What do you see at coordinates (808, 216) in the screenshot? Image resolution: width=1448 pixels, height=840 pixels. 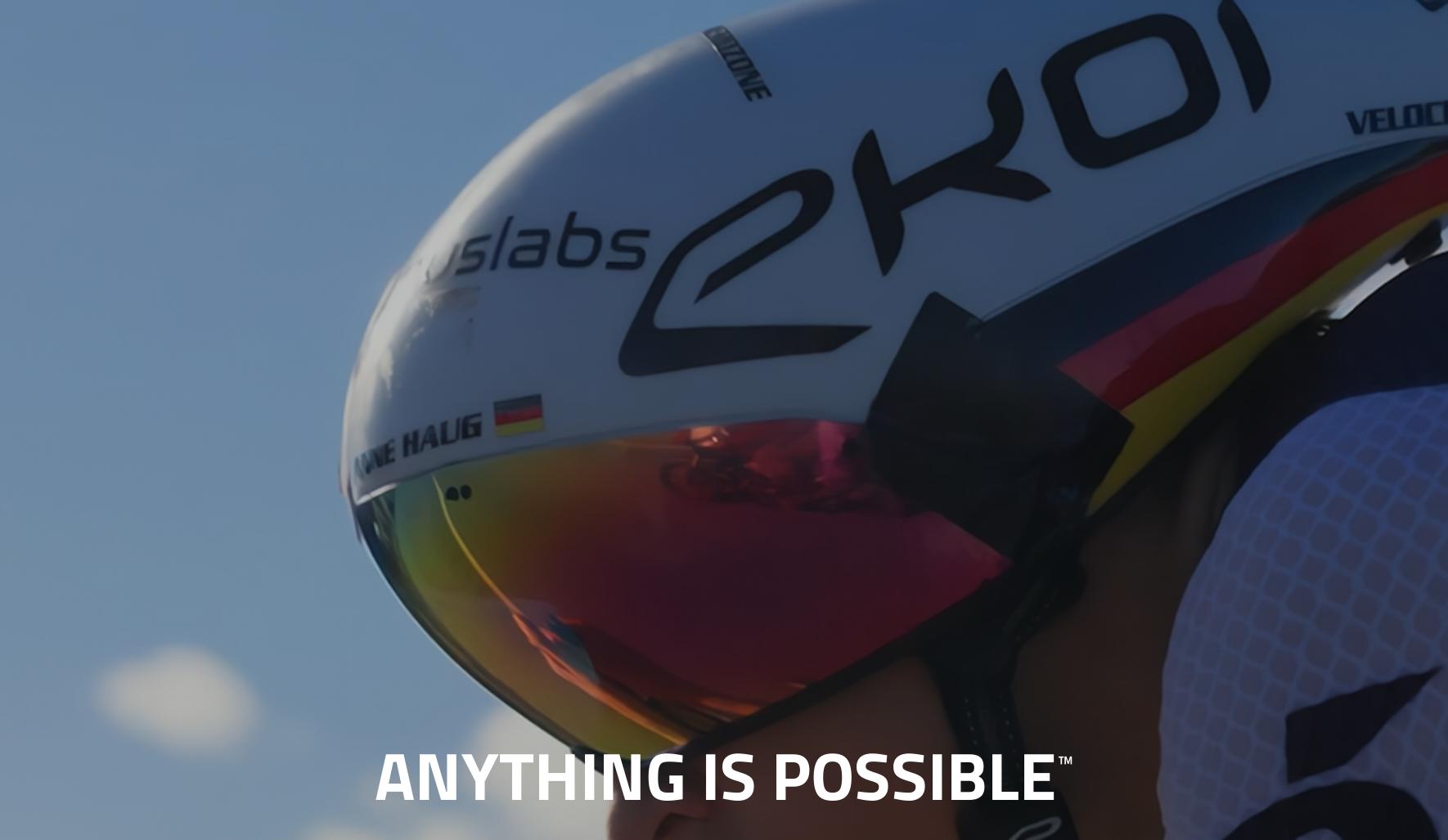 I see `'15% discount'` at bounding box center [808, 216].